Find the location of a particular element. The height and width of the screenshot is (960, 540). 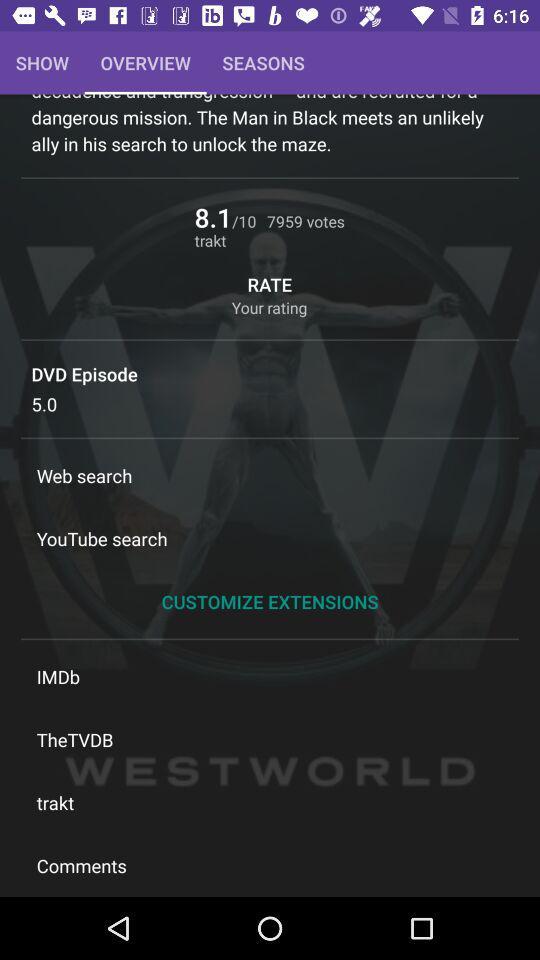

the icon above trakt is located at coordinates (270, 738).